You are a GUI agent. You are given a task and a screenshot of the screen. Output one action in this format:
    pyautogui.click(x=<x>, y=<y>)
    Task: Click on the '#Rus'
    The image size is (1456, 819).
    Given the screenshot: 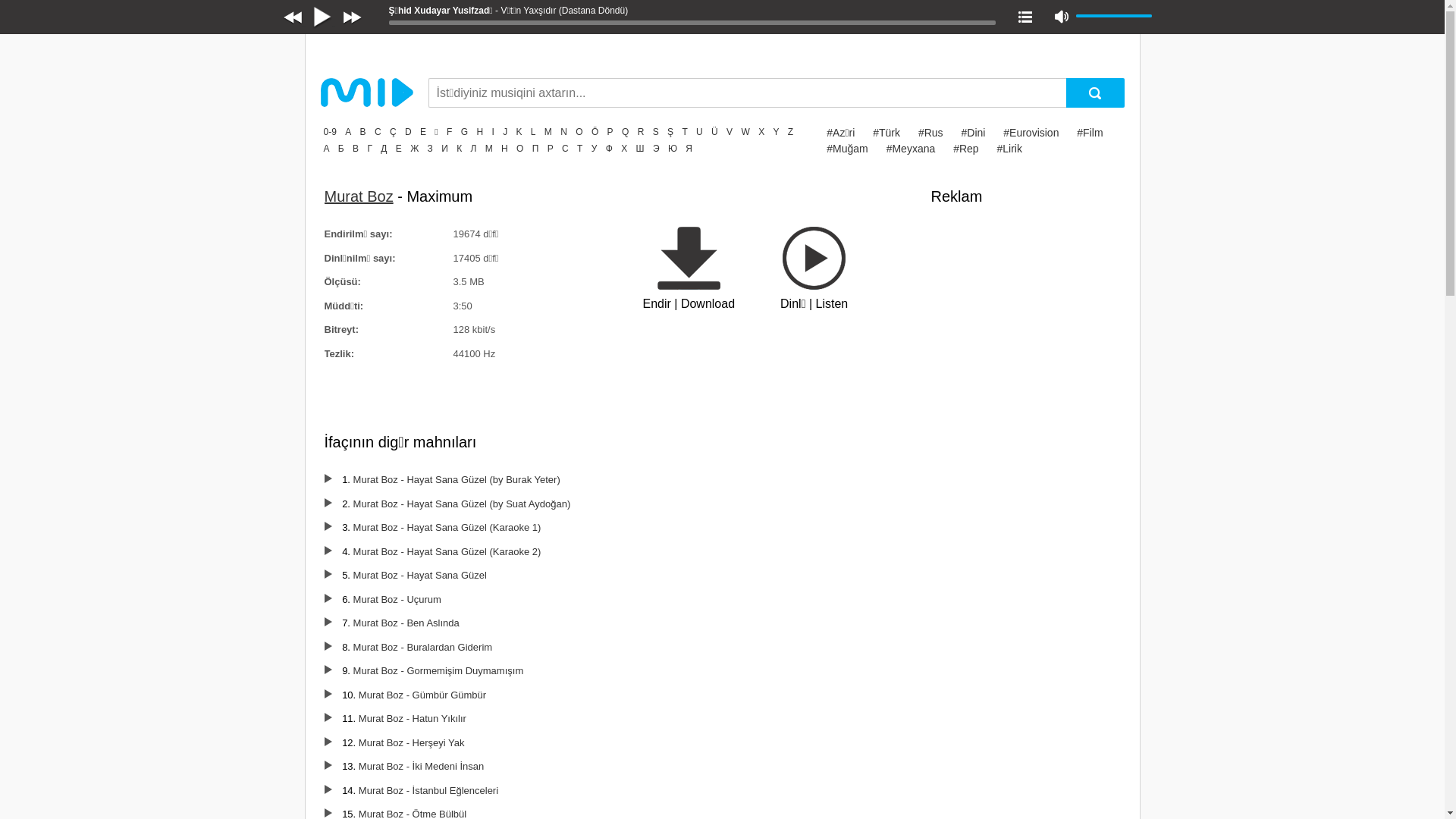 What is the action you would take?
    pyautogui.click(x=917, y=131)
    